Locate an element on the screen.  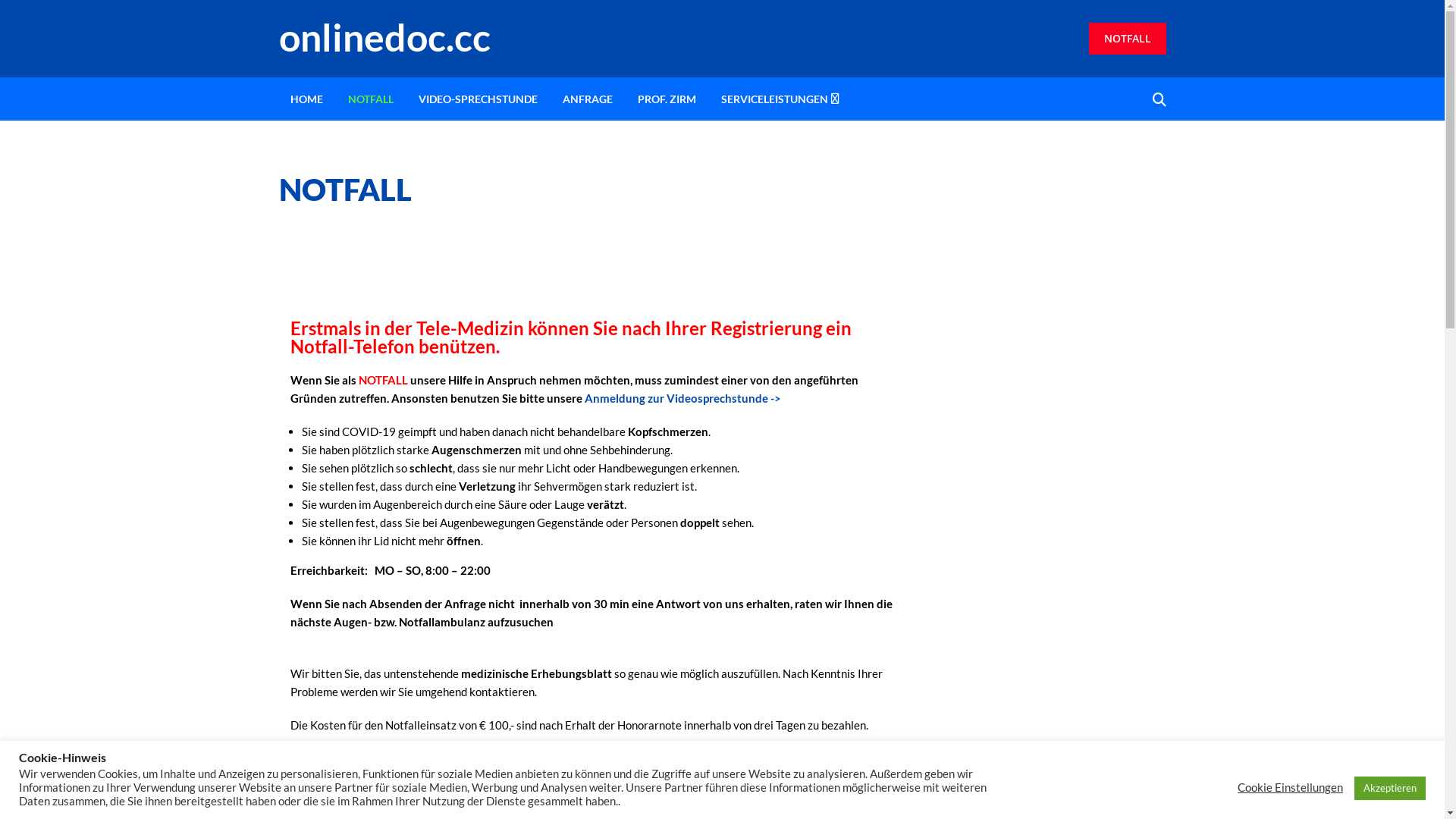
'VIDEO-SPRECHSTUNDE' is located at coordinates (476, 99).